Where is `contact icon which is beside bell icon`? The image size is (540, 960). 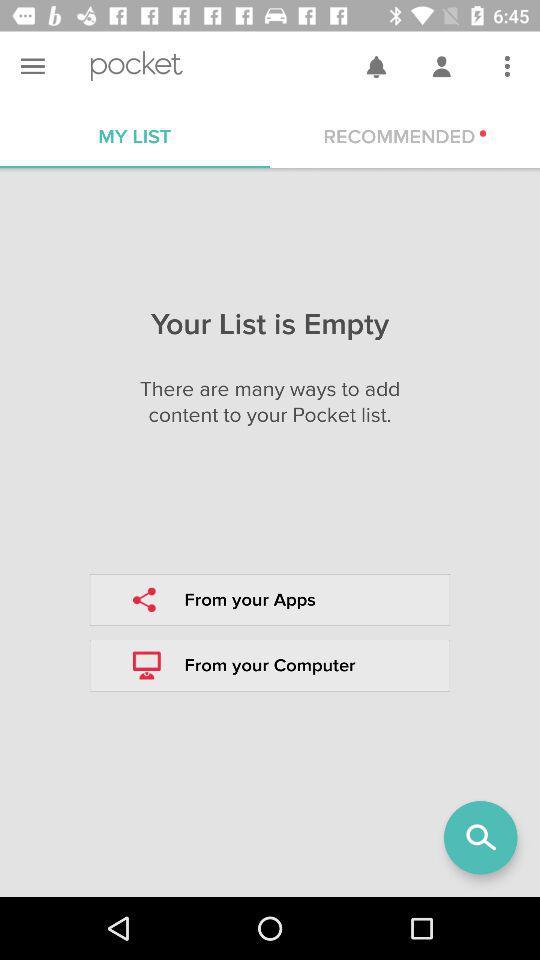 contact icon which is beside bell icon is located at coordinates (441, 66).